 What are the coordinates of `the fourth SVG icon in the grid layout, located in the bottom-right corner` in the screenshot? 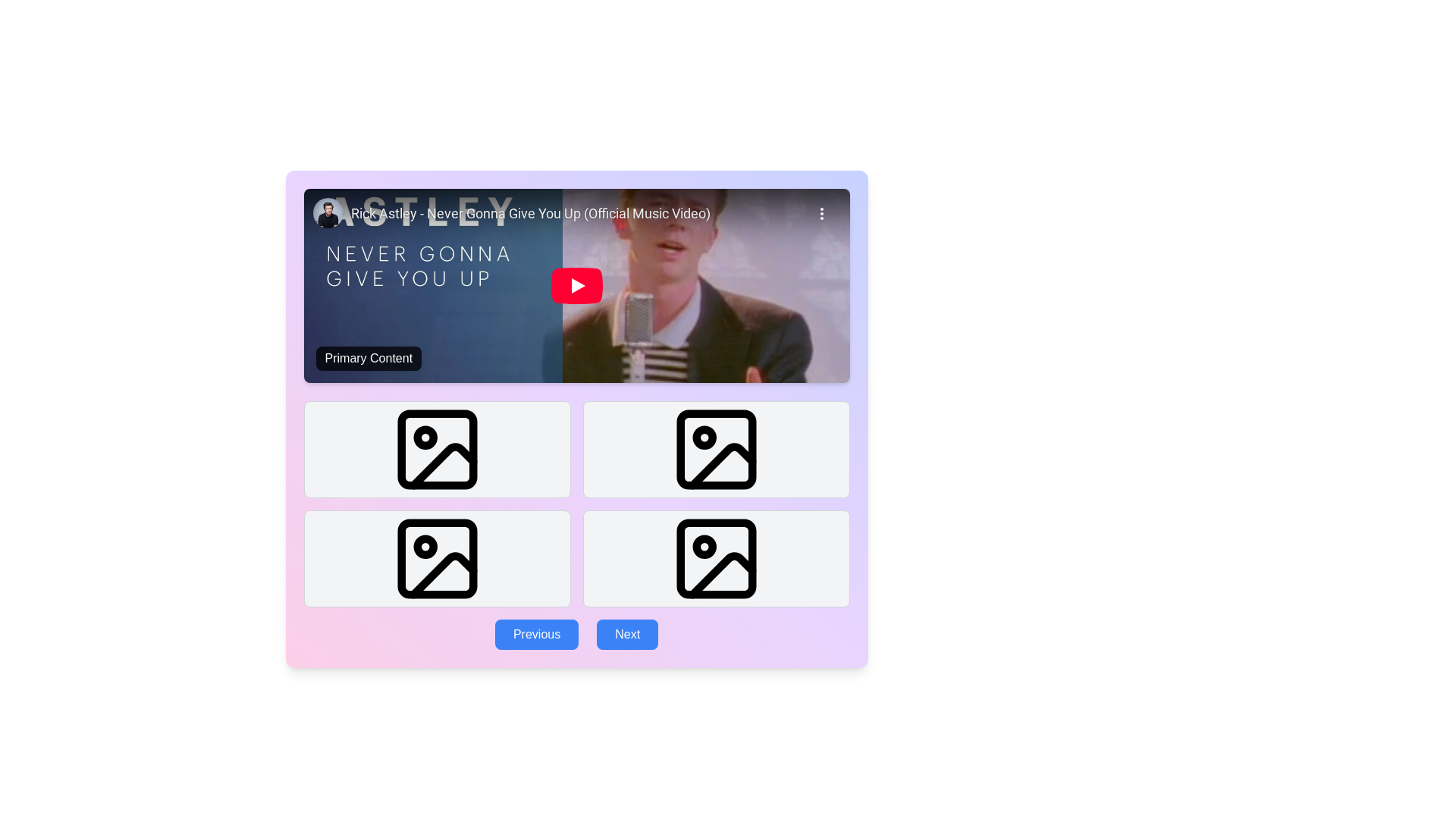 It's located at (715, 558).